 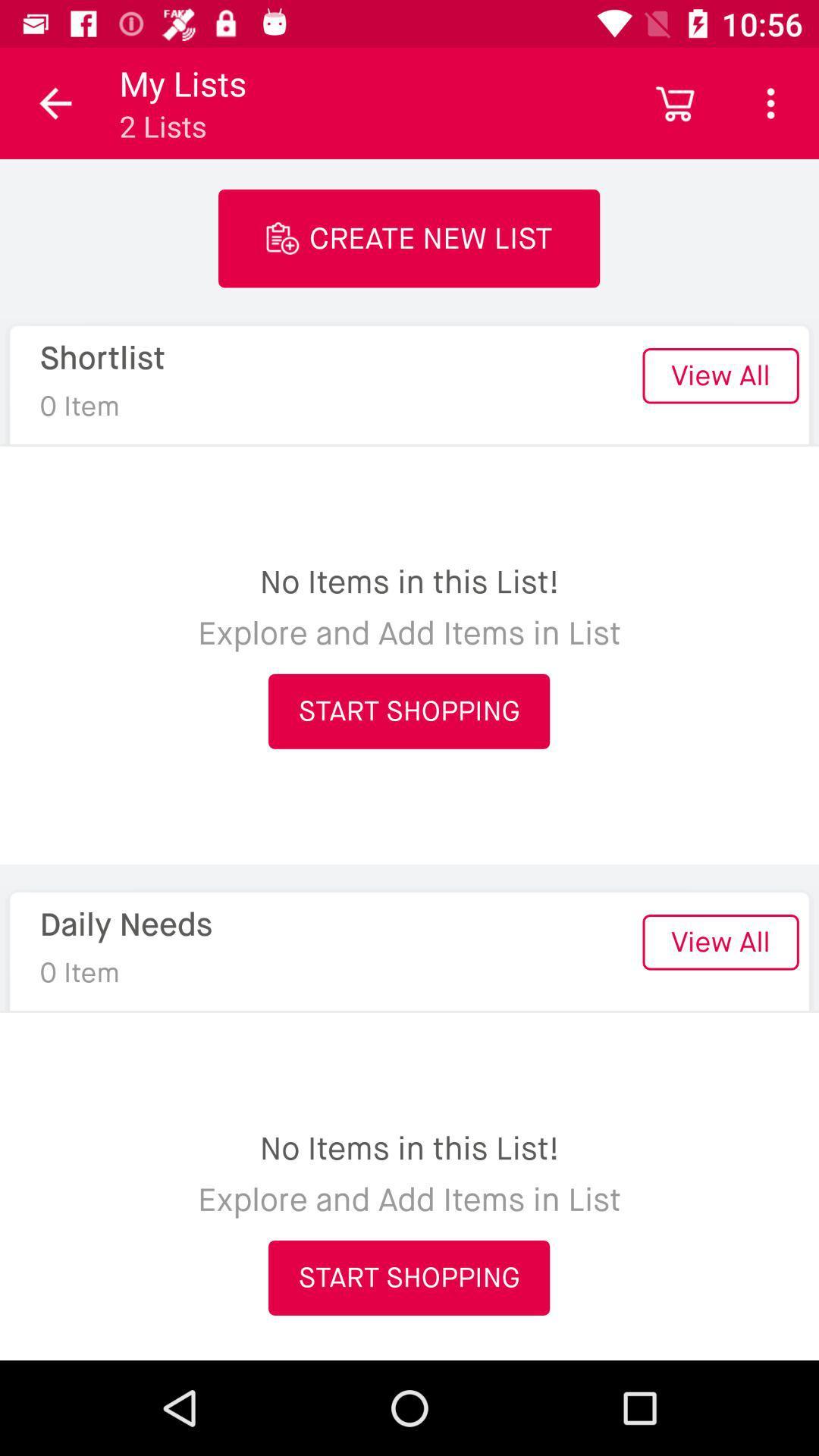 I want to click on app to the left of the my lists, so click(x=55, y=102).